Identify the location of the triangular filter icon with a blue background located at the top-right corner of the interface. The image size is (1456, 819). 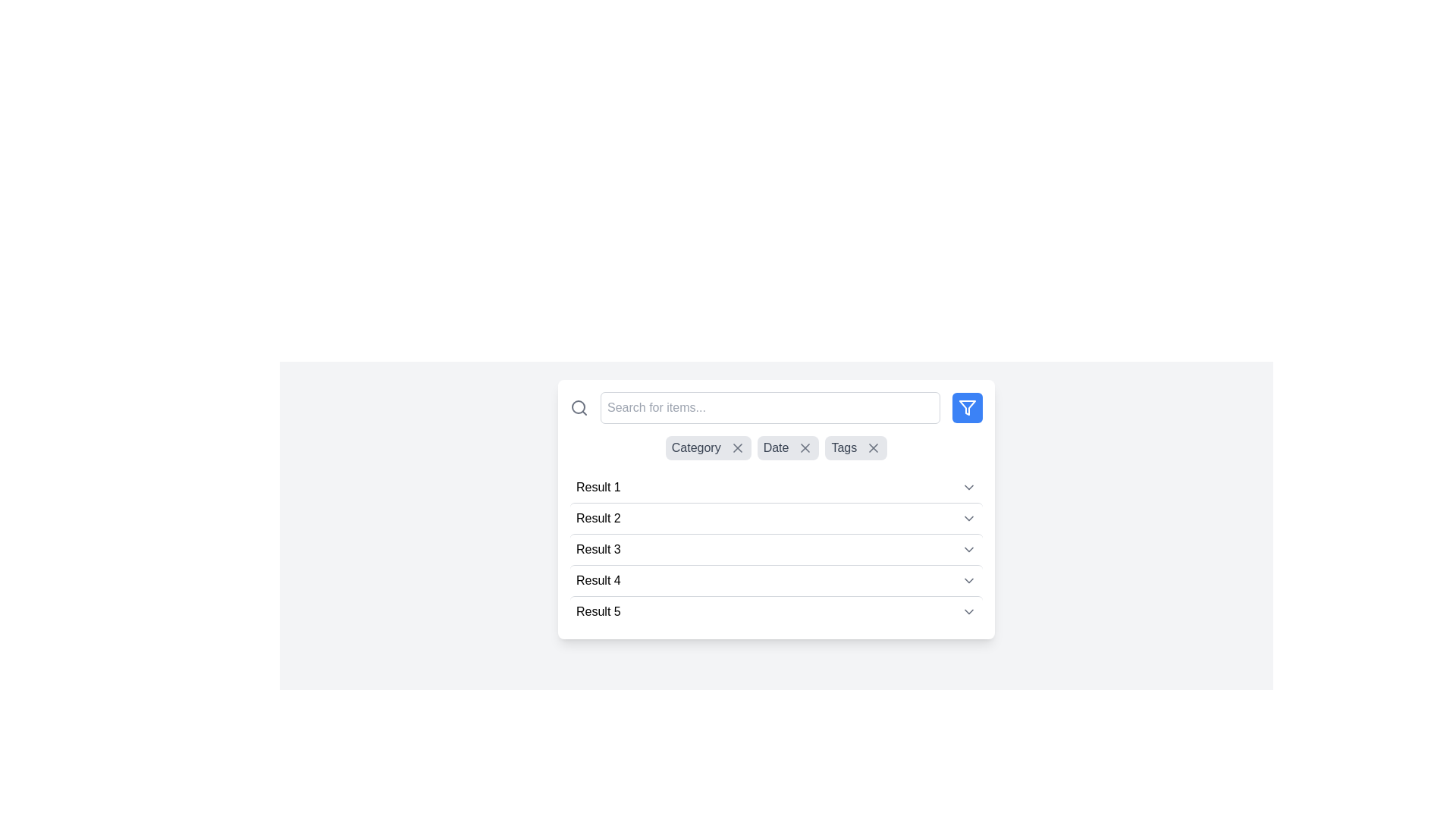
(967, 406).